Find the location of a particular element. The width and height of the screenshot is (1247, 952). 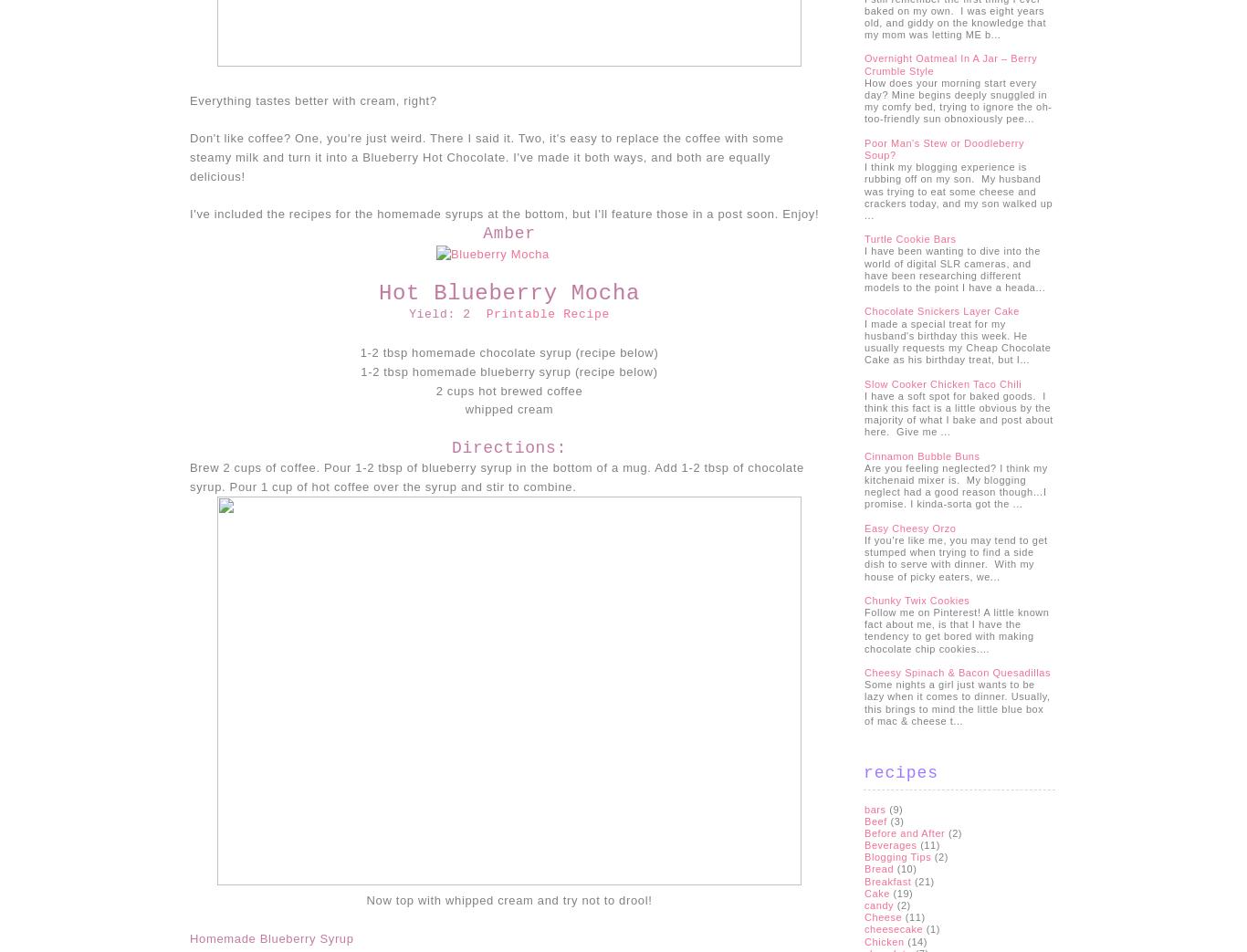

'Cheese' is located at coordinates (883, 917).